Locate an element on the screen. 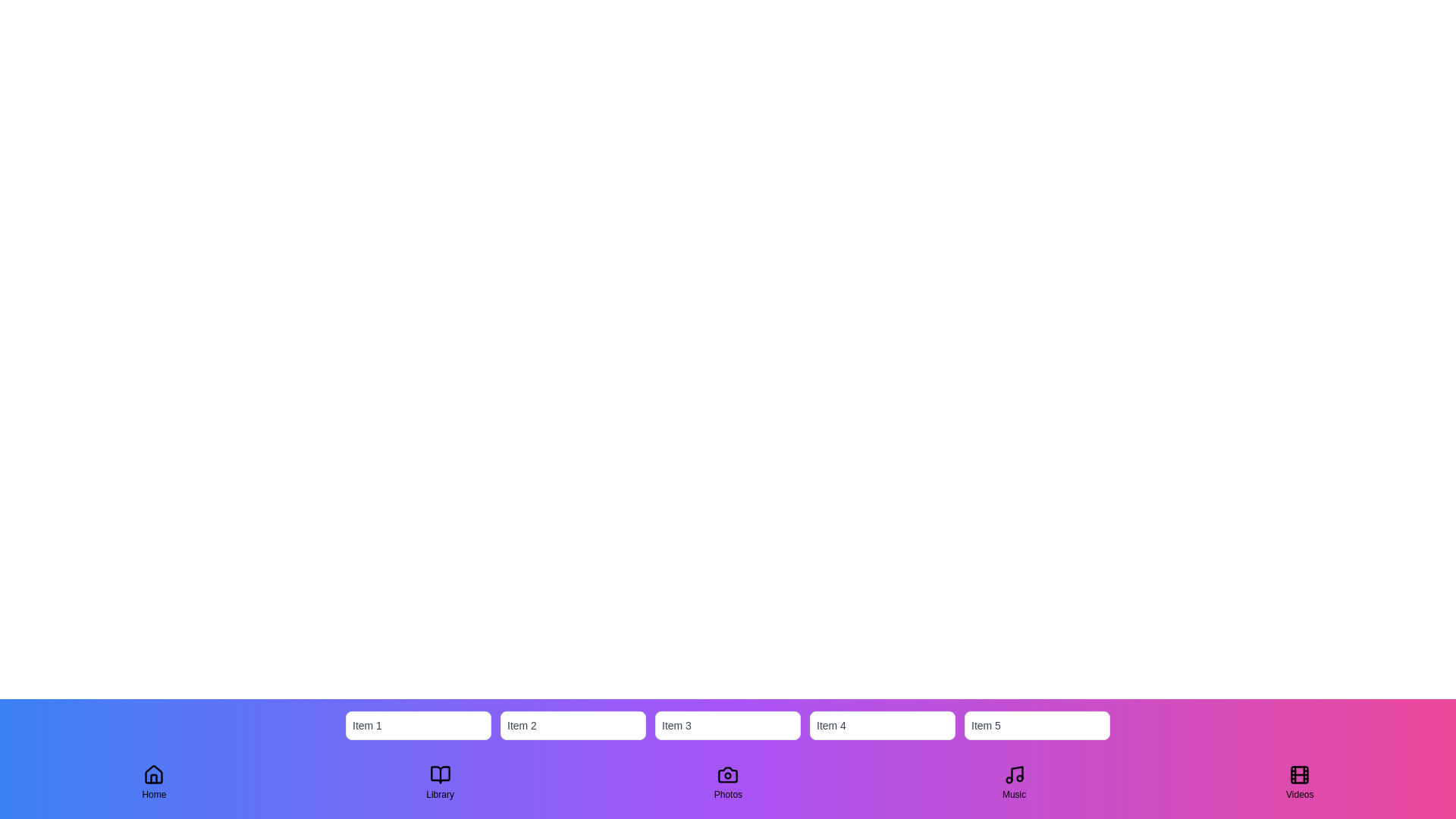 The height and width of the screenshot is (819, 1456). the Photos tab to switch views is located at coordinates (728, 783).